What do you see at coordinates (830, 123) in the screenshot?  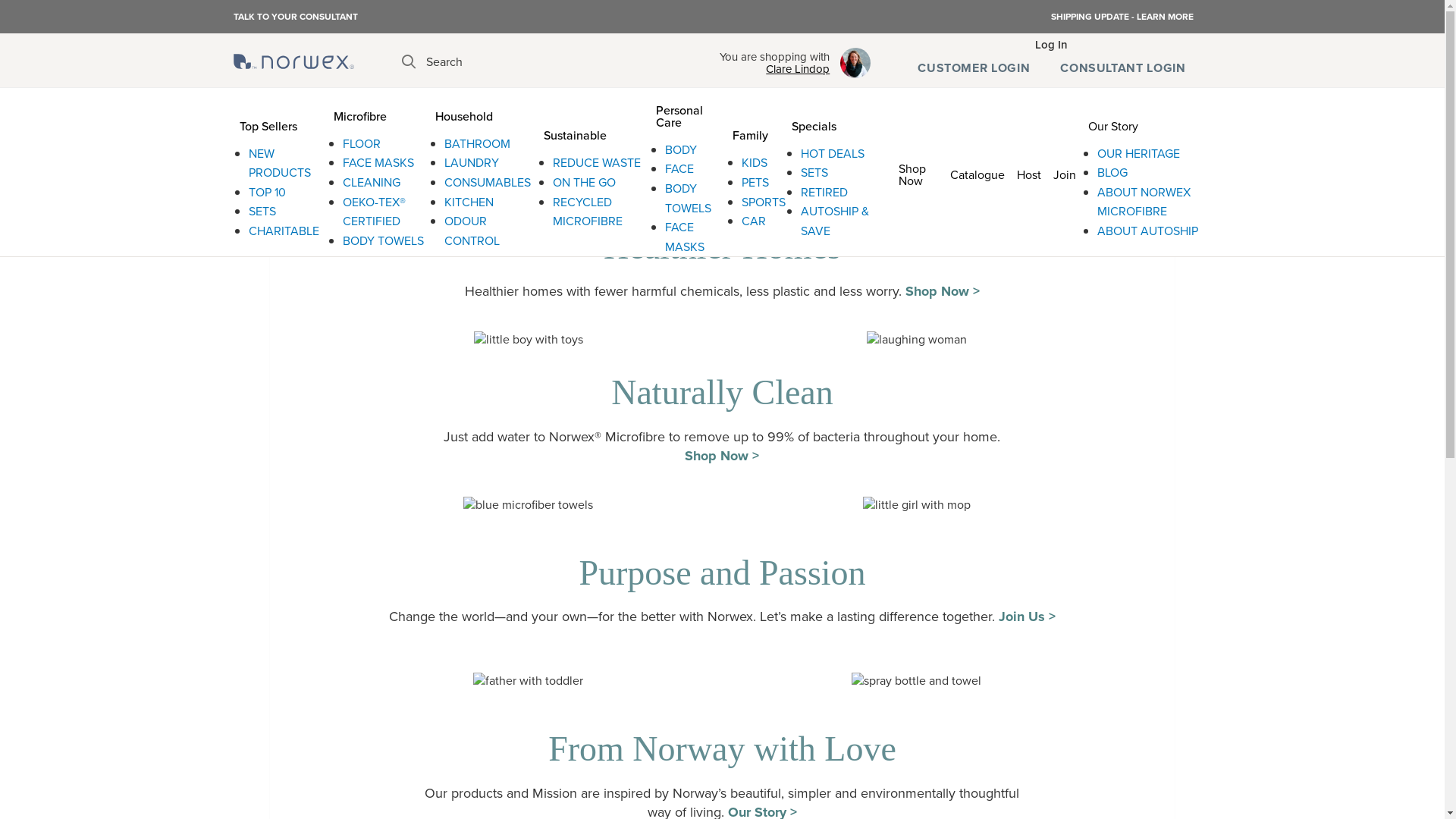 I see `'Specials'` at bounding box center [830, 123].